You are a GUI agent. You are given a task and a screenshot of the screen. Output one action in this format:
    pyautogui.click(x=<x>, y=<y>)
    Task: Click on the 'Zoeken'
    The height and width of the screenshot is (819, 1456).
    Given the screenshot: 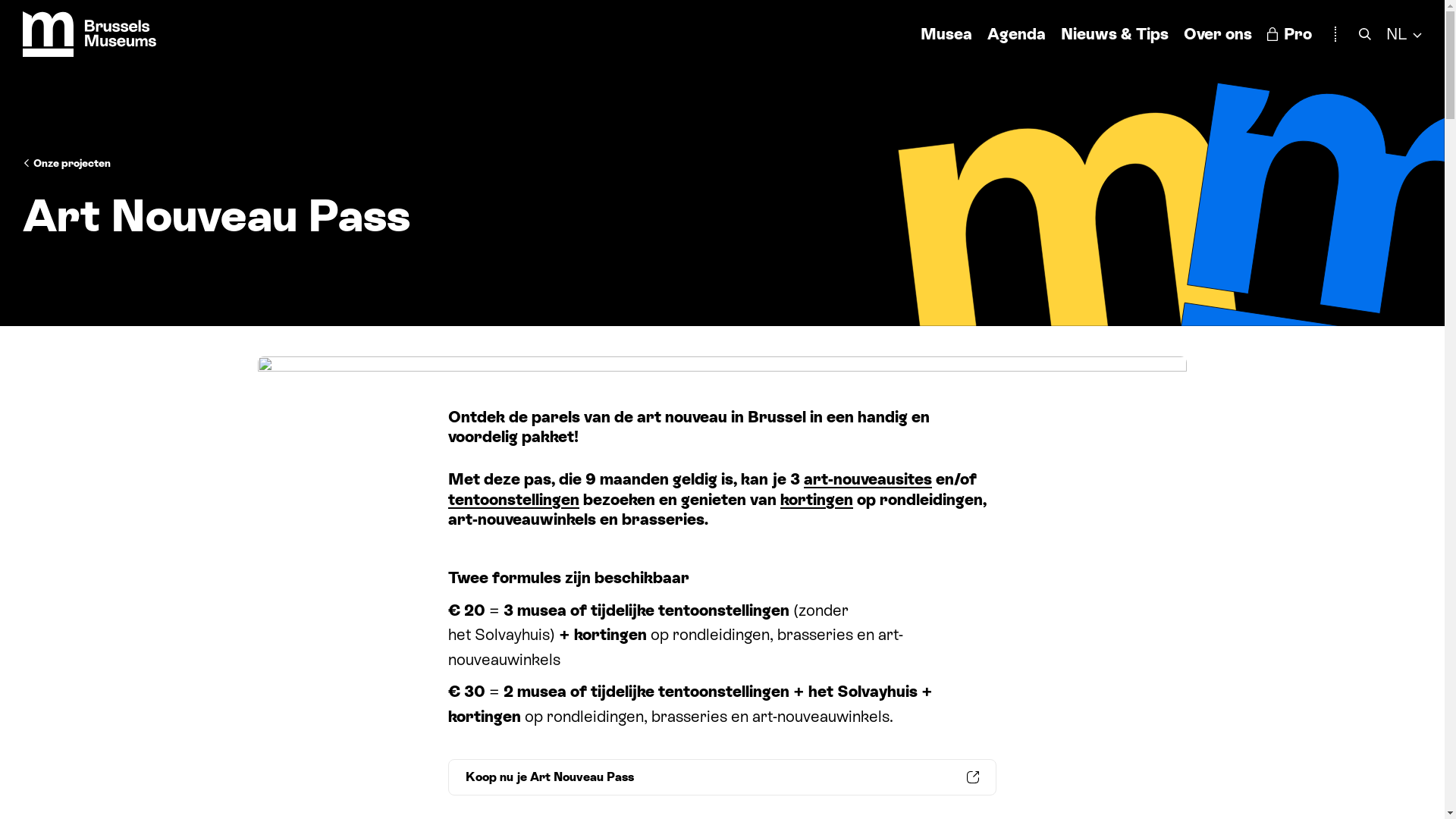 What is the action you would take?
    pyautogui.click(x=1365, y=33)
    